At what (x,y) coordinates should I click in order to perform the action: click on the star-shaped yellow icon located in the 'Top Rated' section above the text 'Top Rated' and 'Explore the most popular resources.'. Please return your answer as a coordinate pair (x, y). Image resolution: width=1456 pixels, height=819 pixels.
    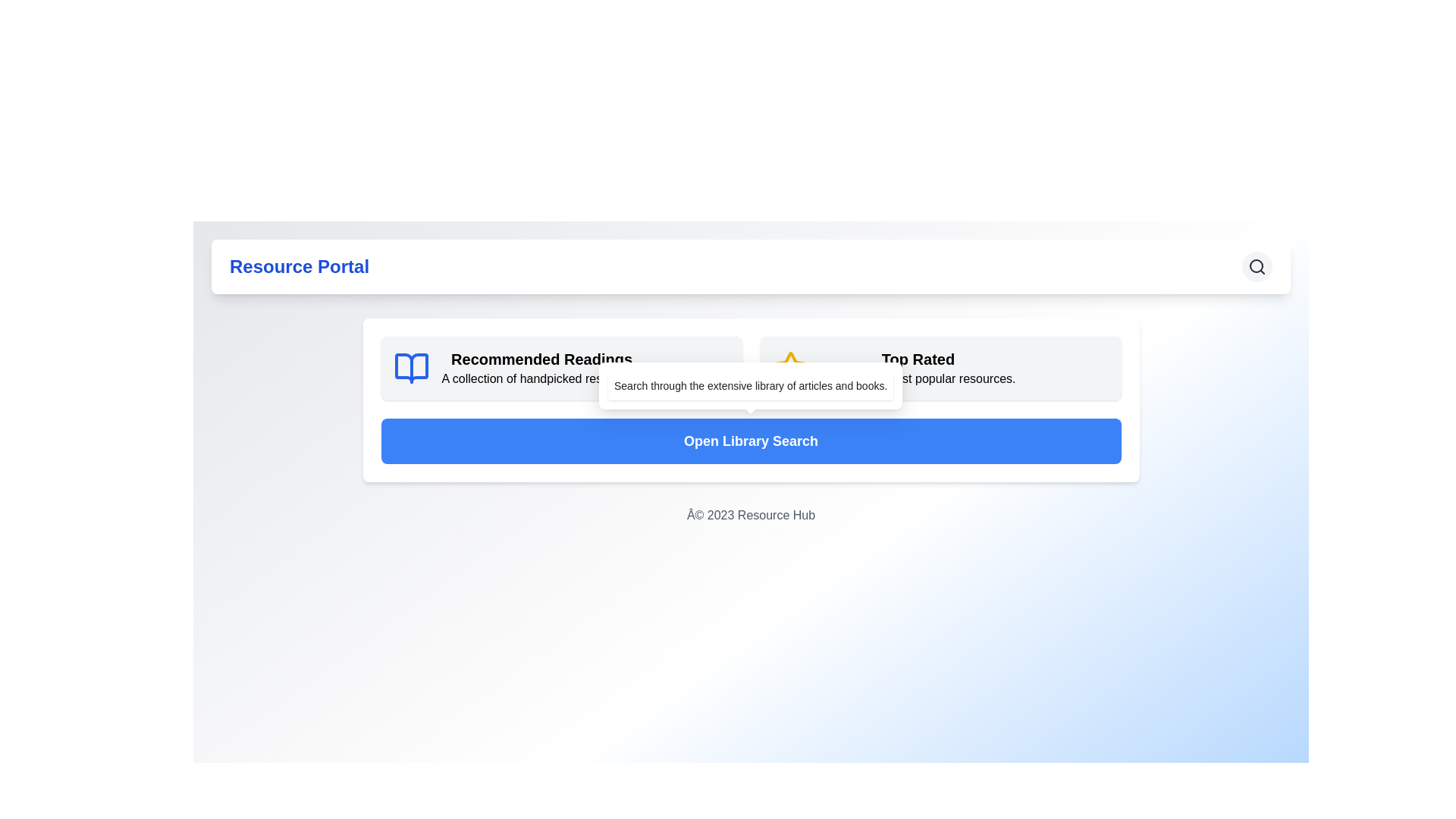
    Looking at the image, I should click on (789, 369).